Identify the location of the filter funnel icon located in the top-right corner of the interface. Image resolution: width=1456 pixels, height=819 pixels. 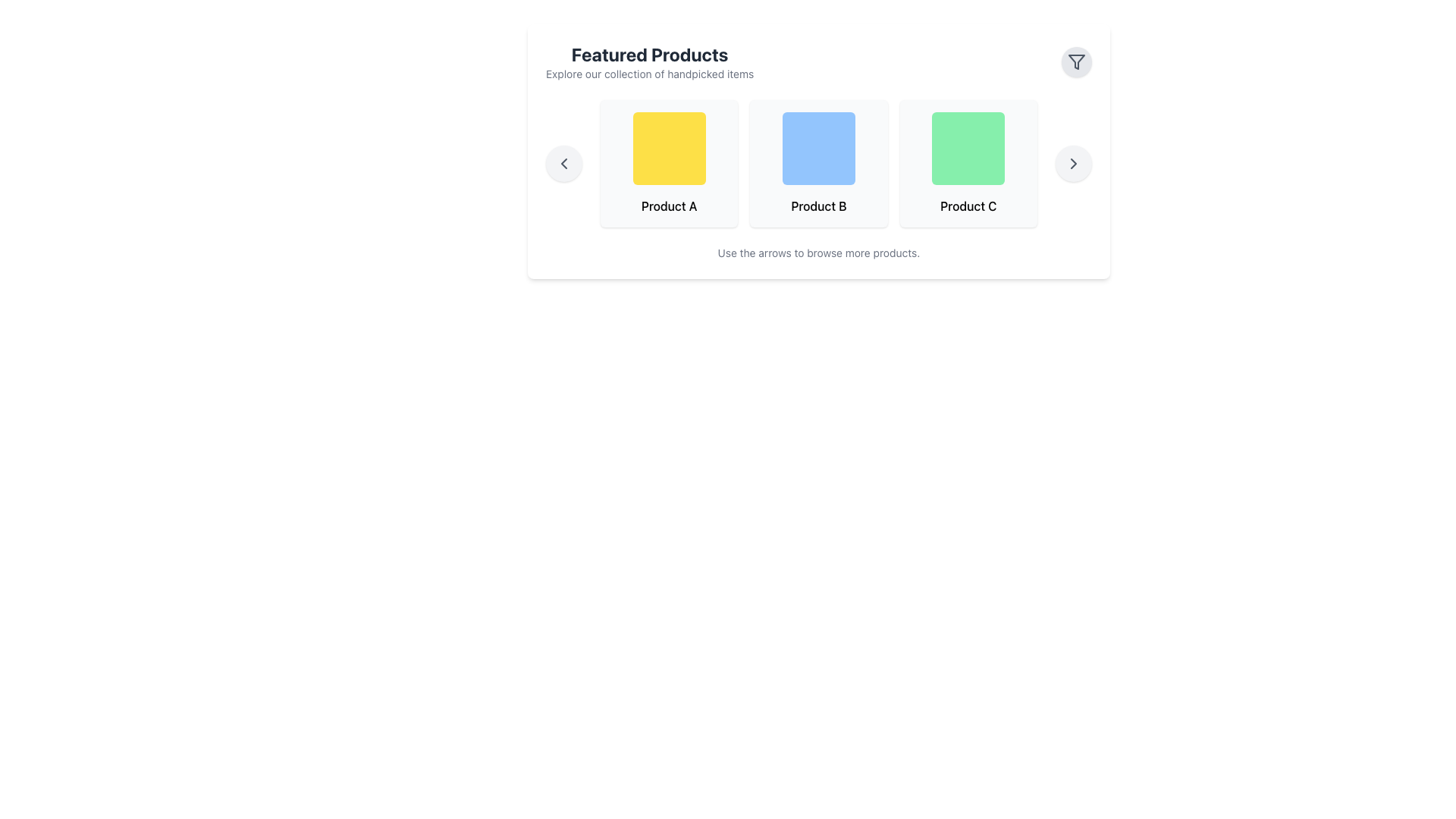
(1076, 61).